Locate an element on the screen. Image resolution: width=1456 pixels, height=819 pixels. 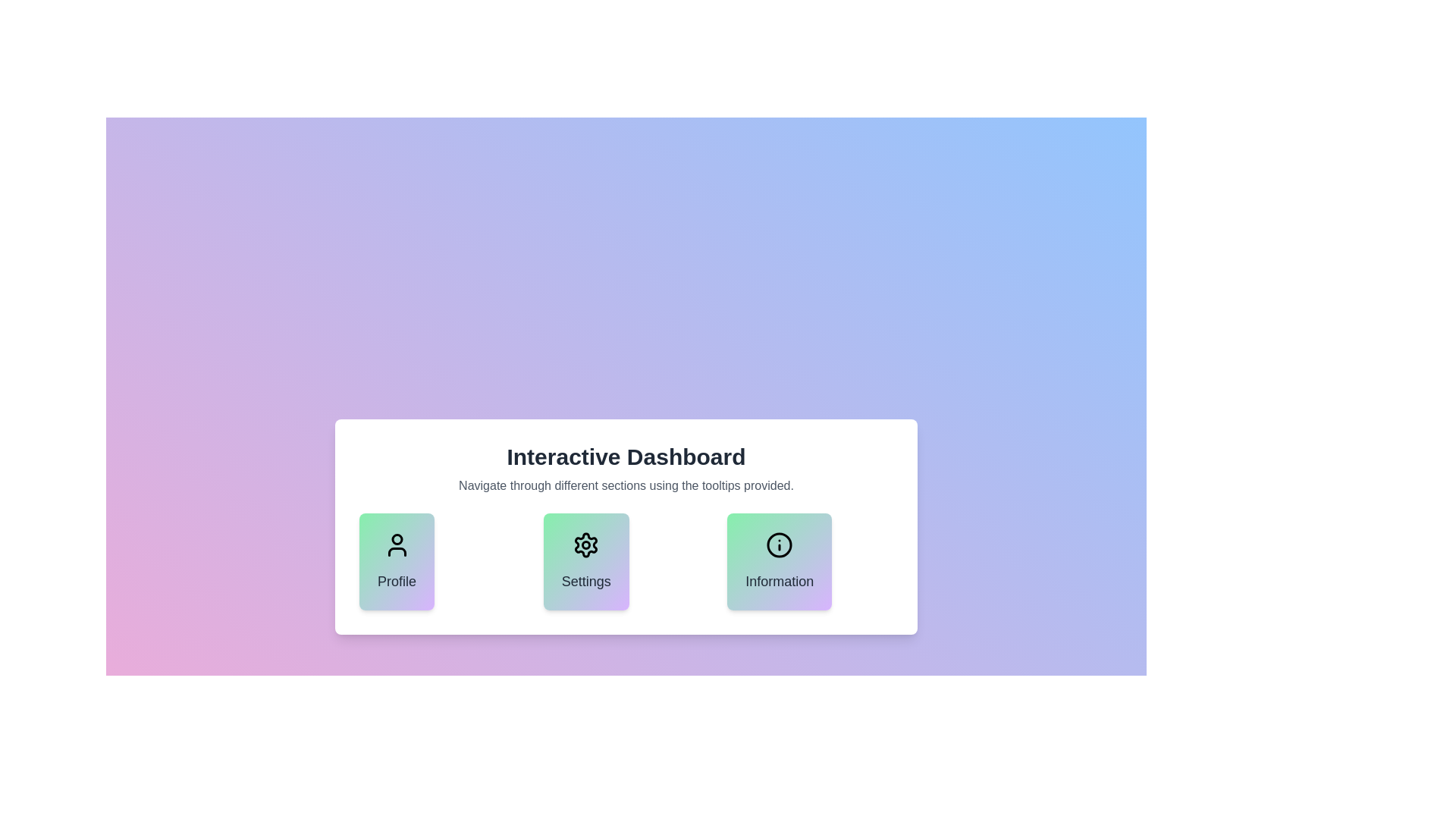
the help button located at the far-right of a group of three buttons at the bottom of the dashboard is located at coordinates (780, 561).